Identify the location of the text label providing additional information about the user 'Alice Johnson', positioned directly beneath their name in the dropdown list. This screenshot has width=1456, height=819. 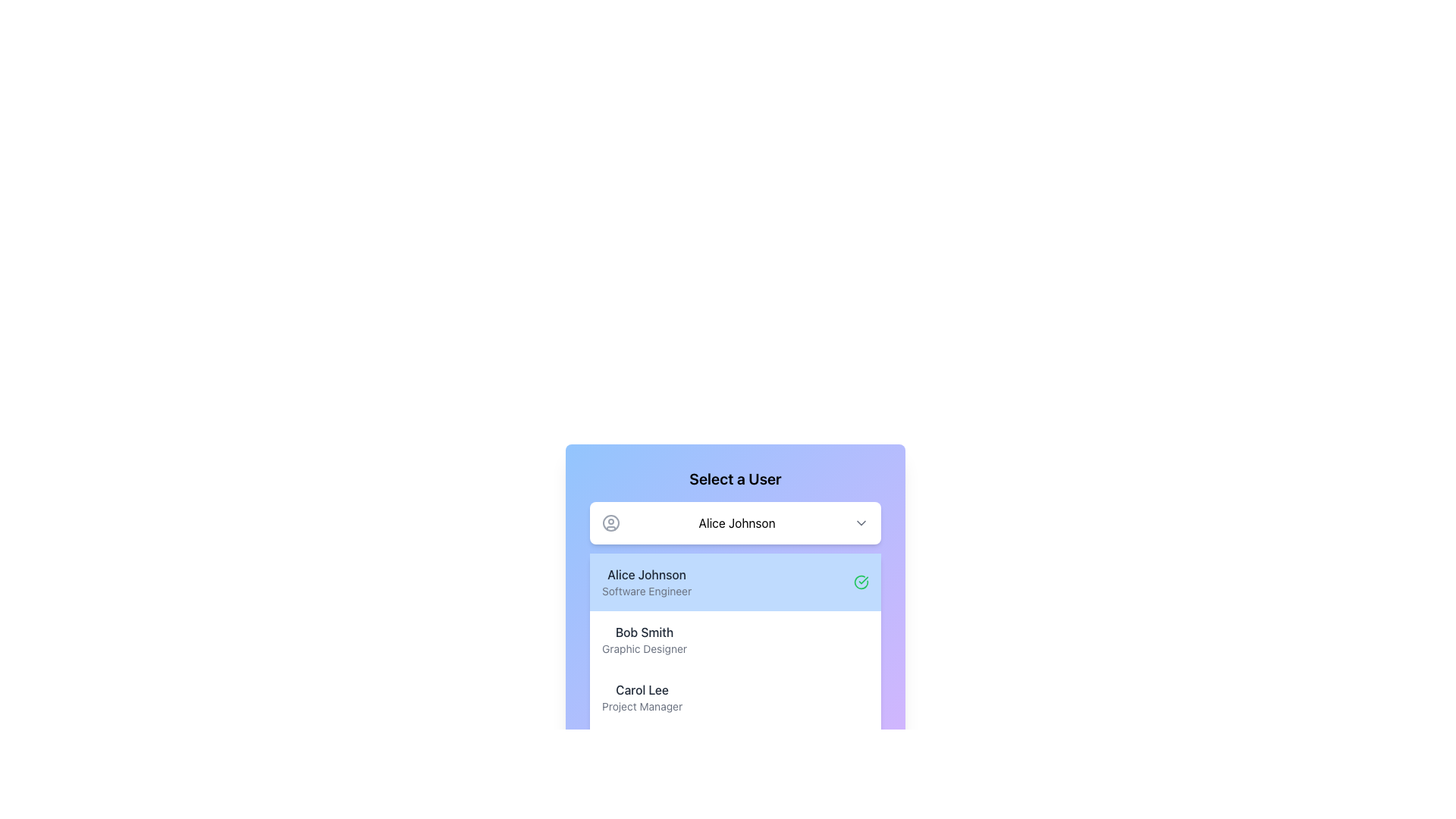
(647, 590).